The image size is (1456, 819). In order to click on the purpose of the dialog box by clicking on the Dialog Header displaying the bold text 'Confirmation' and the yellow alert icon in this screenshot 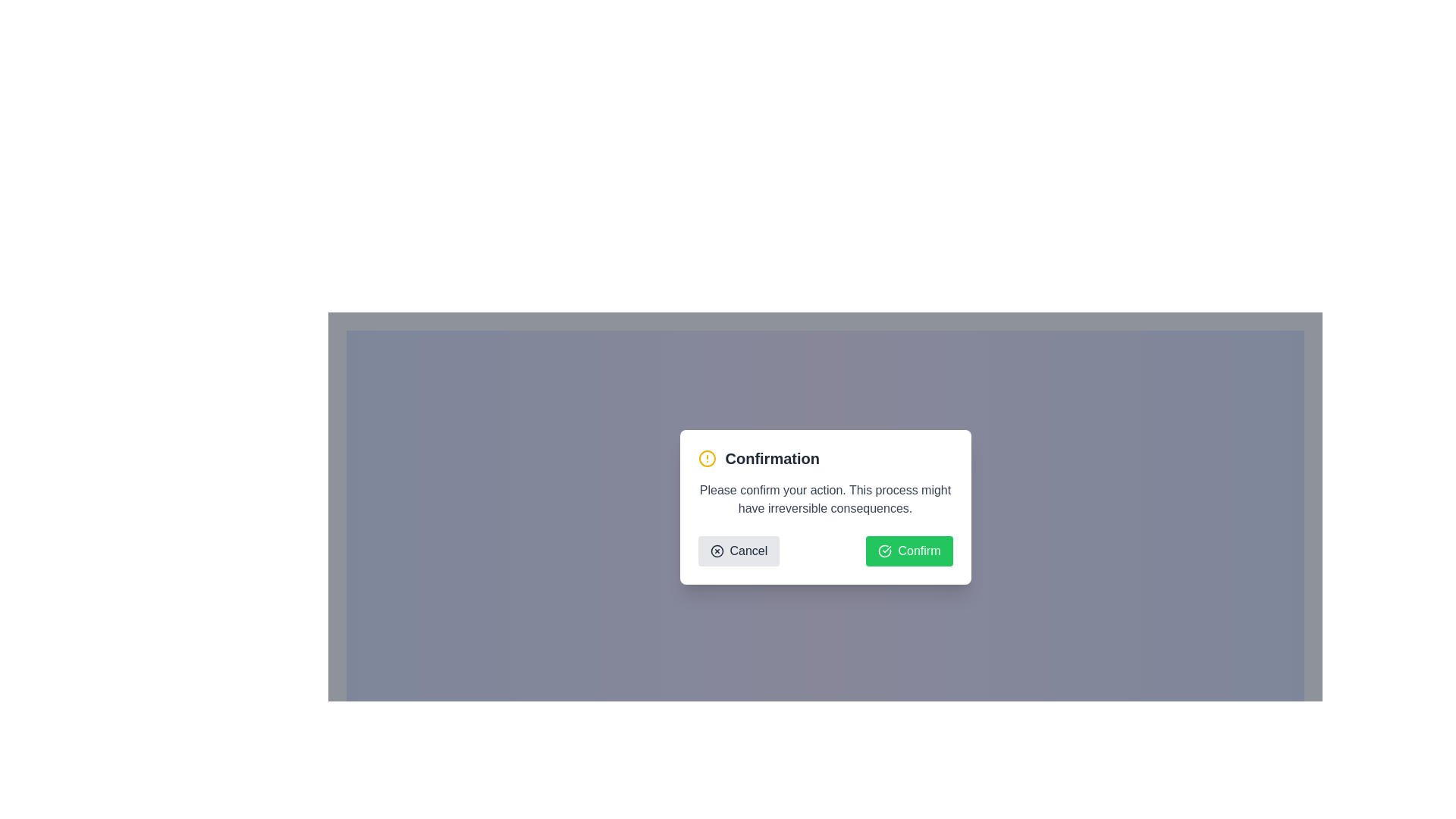, I will do `click(824, 457)`.